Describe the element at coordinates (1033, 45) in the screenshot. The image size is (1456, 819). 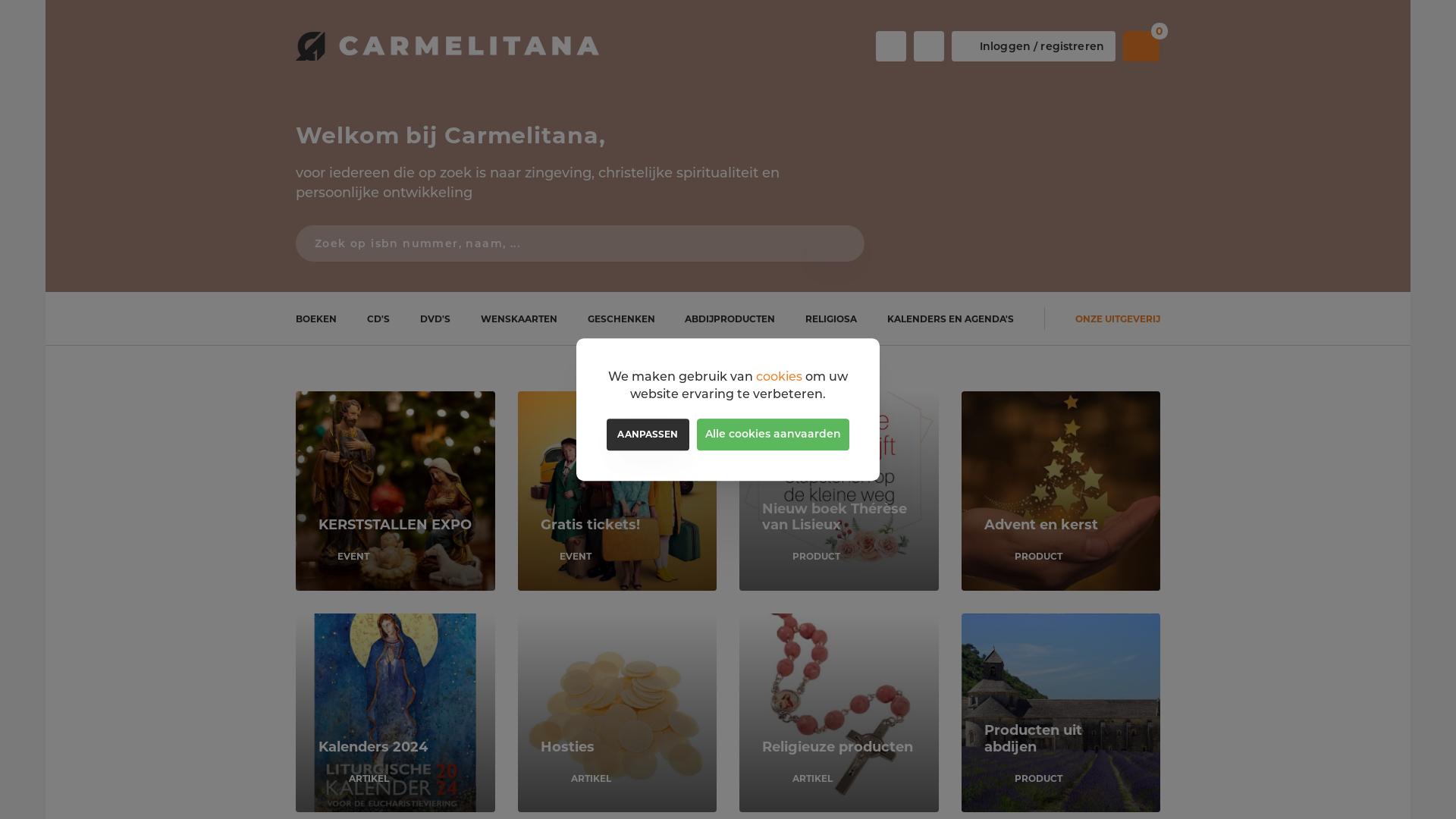
I see `'Inloggen / registreren'` at that location.